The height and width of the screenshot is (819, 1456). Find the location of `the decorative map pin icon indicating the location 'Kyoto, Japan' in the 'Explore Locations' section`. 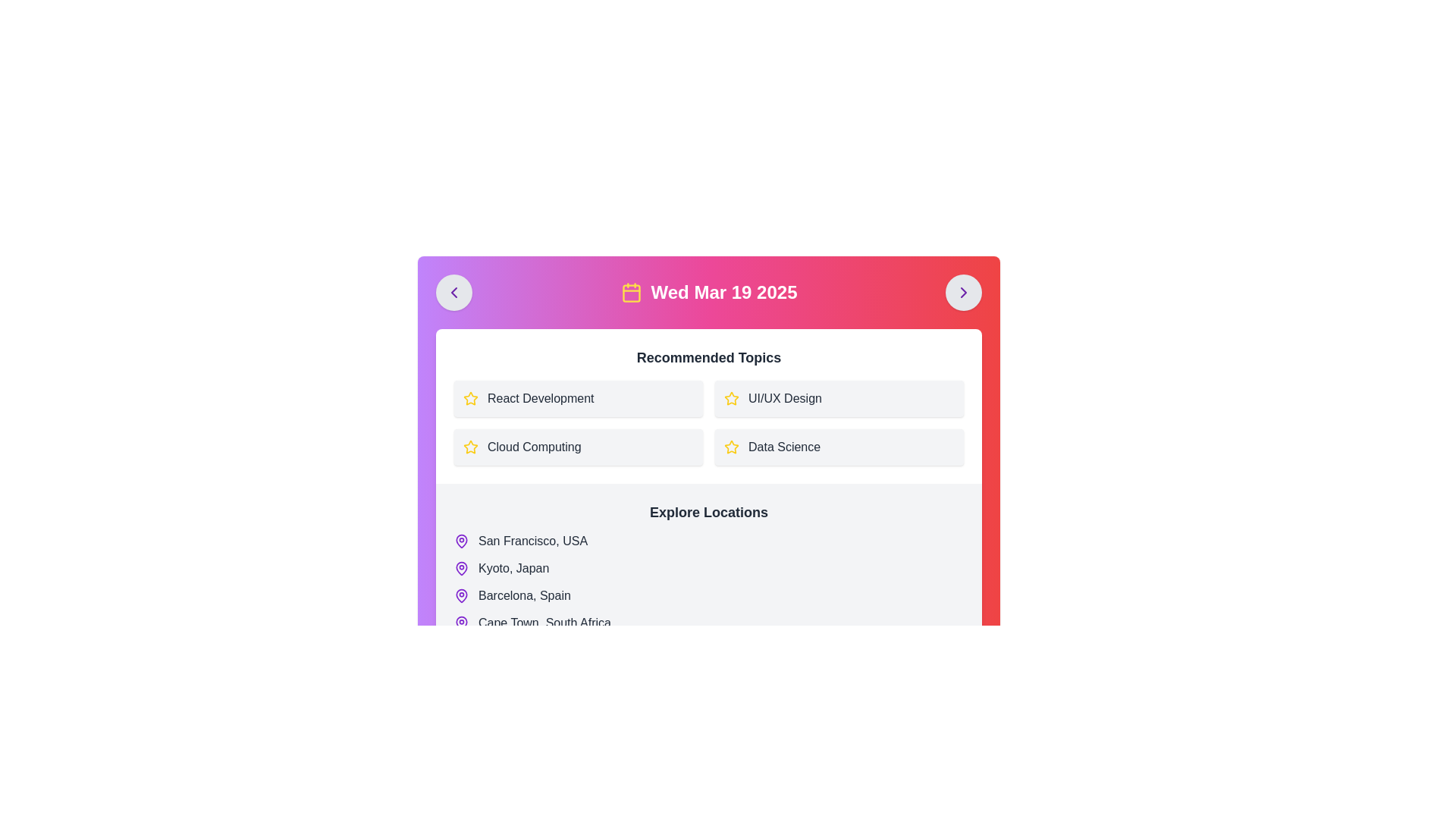

the decorative map pin icon indicating the location 'Kyoto, Japan' in the 'Explore Locations' section is located at coordinates (461, 567).